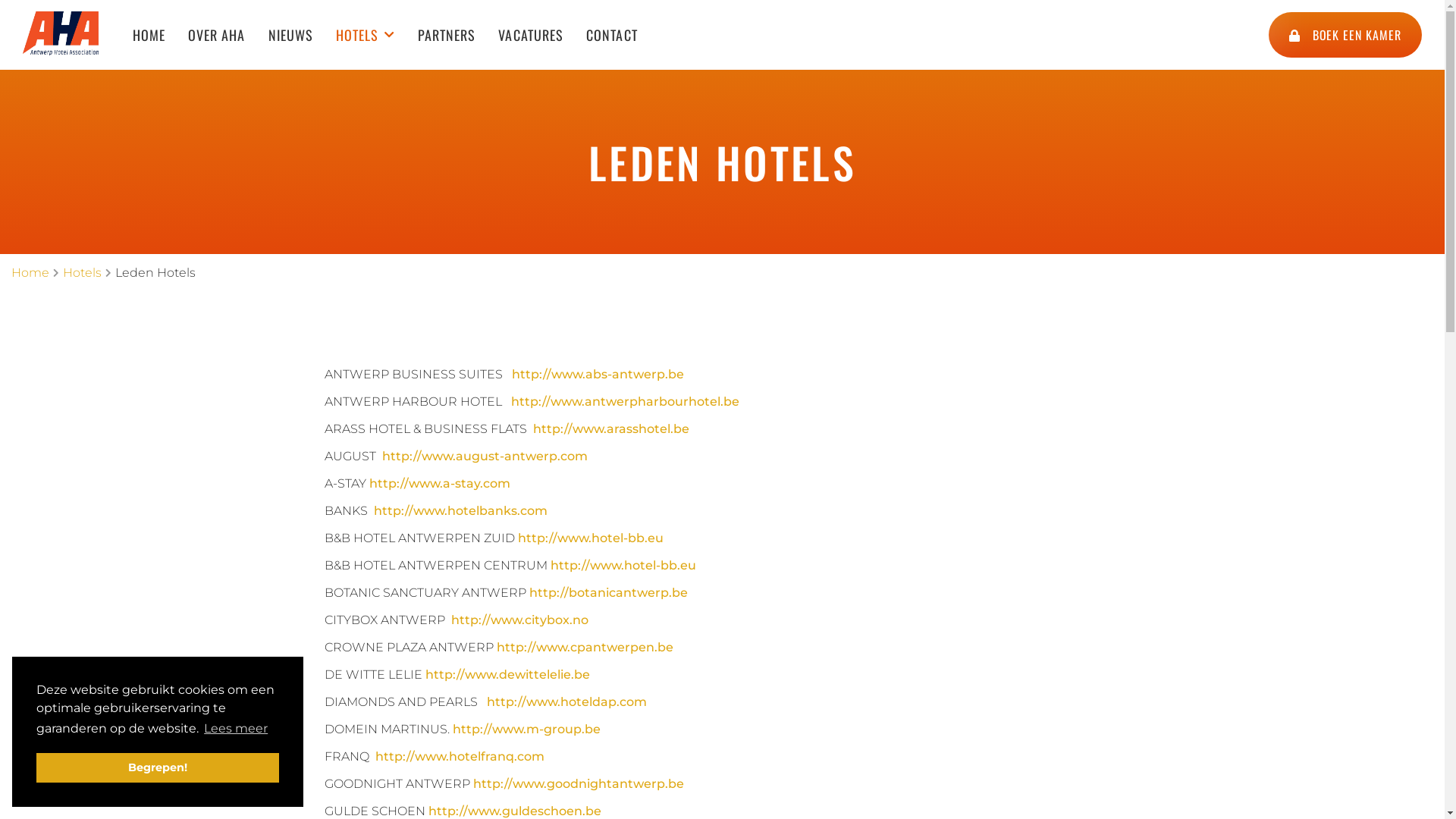 Image resolution: width=1456 pixels, height=819 pixels. What do you see at coordinates (513, 810) in the screenshot?
I see `'http://www.guldeschoen.be'` at bounding box center [513, 810].